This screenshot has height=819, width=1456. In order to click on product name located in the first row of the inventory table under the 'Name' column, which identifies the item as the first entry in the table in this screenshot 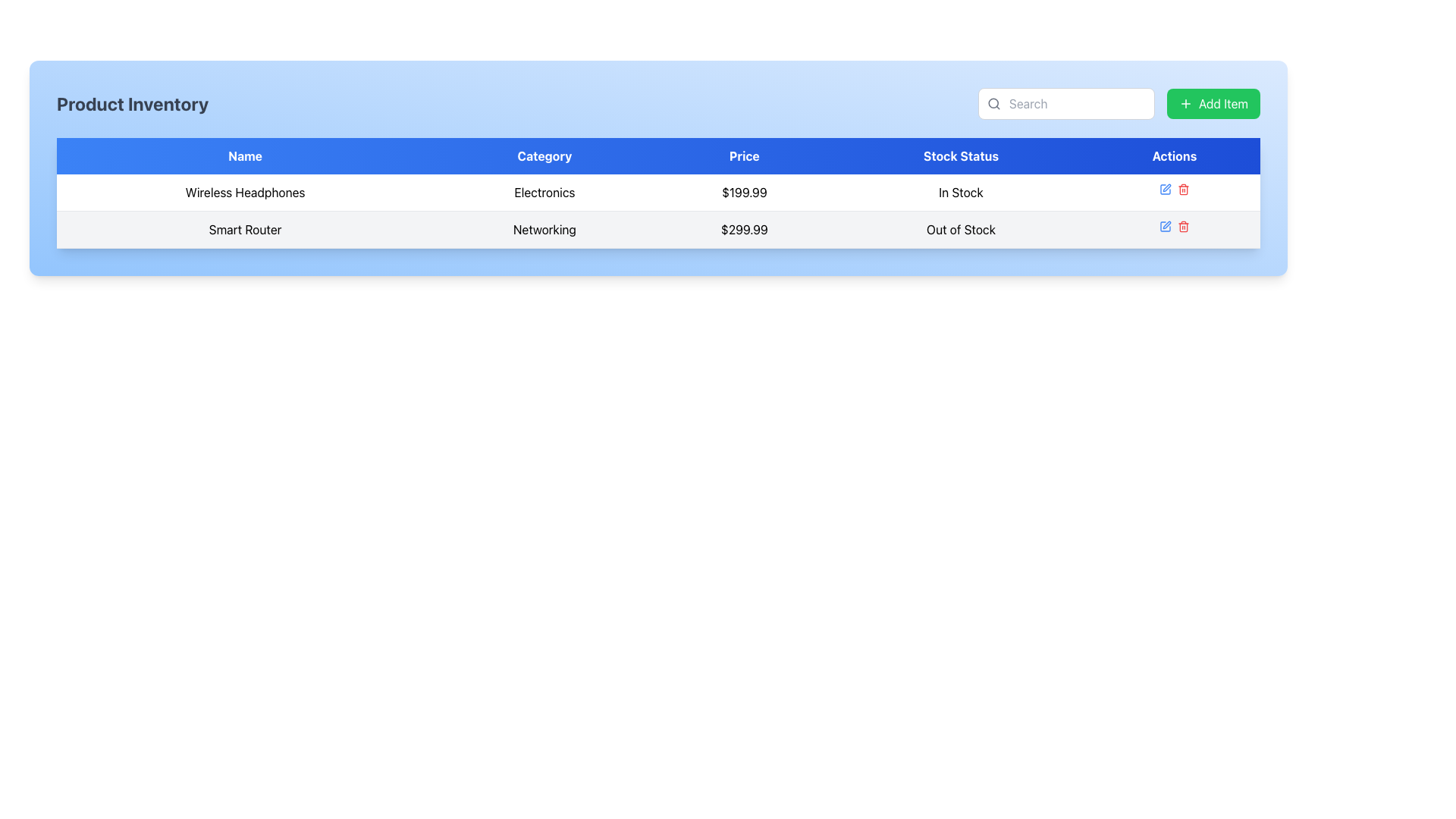, I will do `click(245, 192)`.